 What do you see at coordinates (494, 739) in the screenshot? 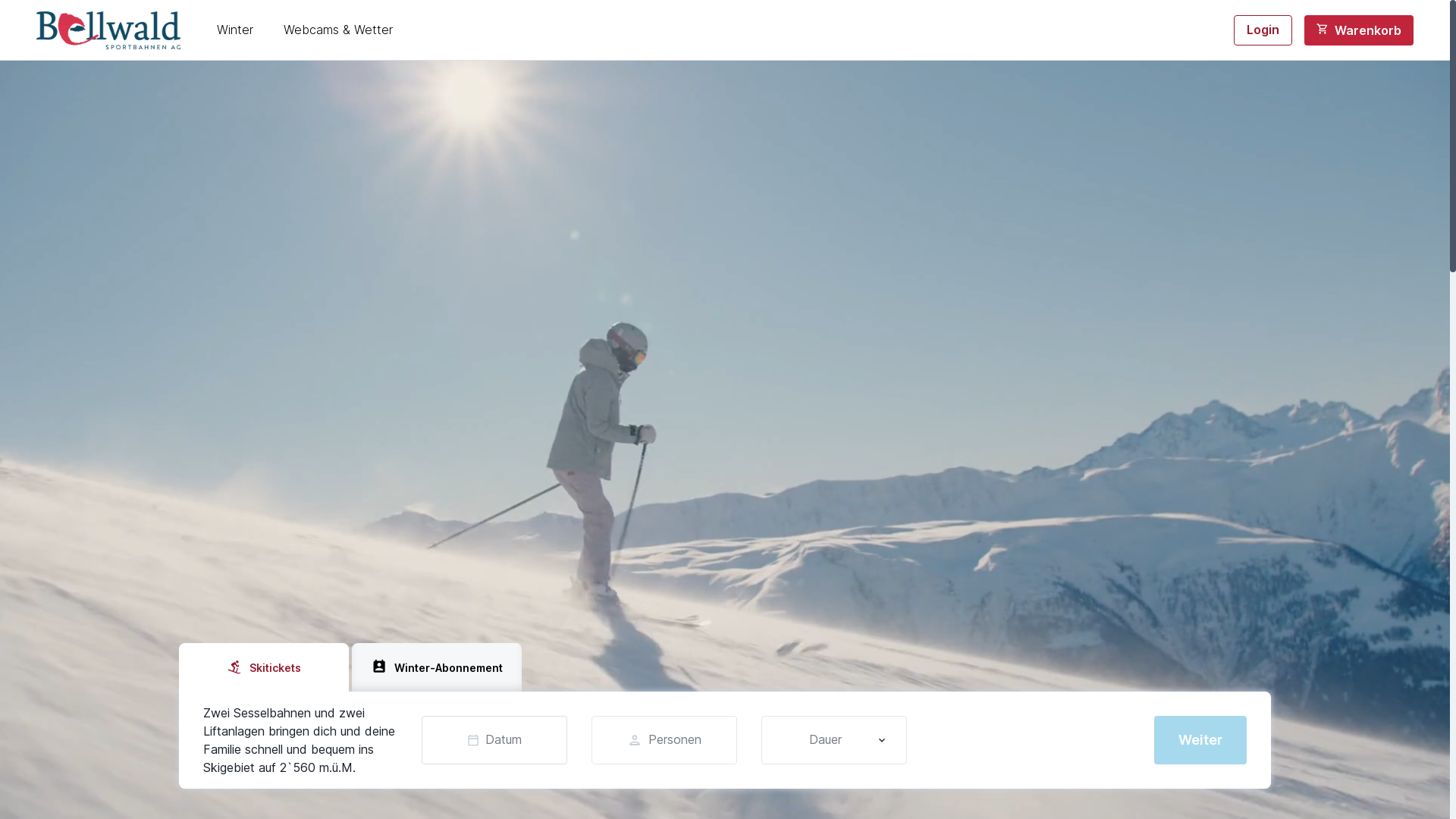
I see `'Datum'` at bounding box center [494, 739].